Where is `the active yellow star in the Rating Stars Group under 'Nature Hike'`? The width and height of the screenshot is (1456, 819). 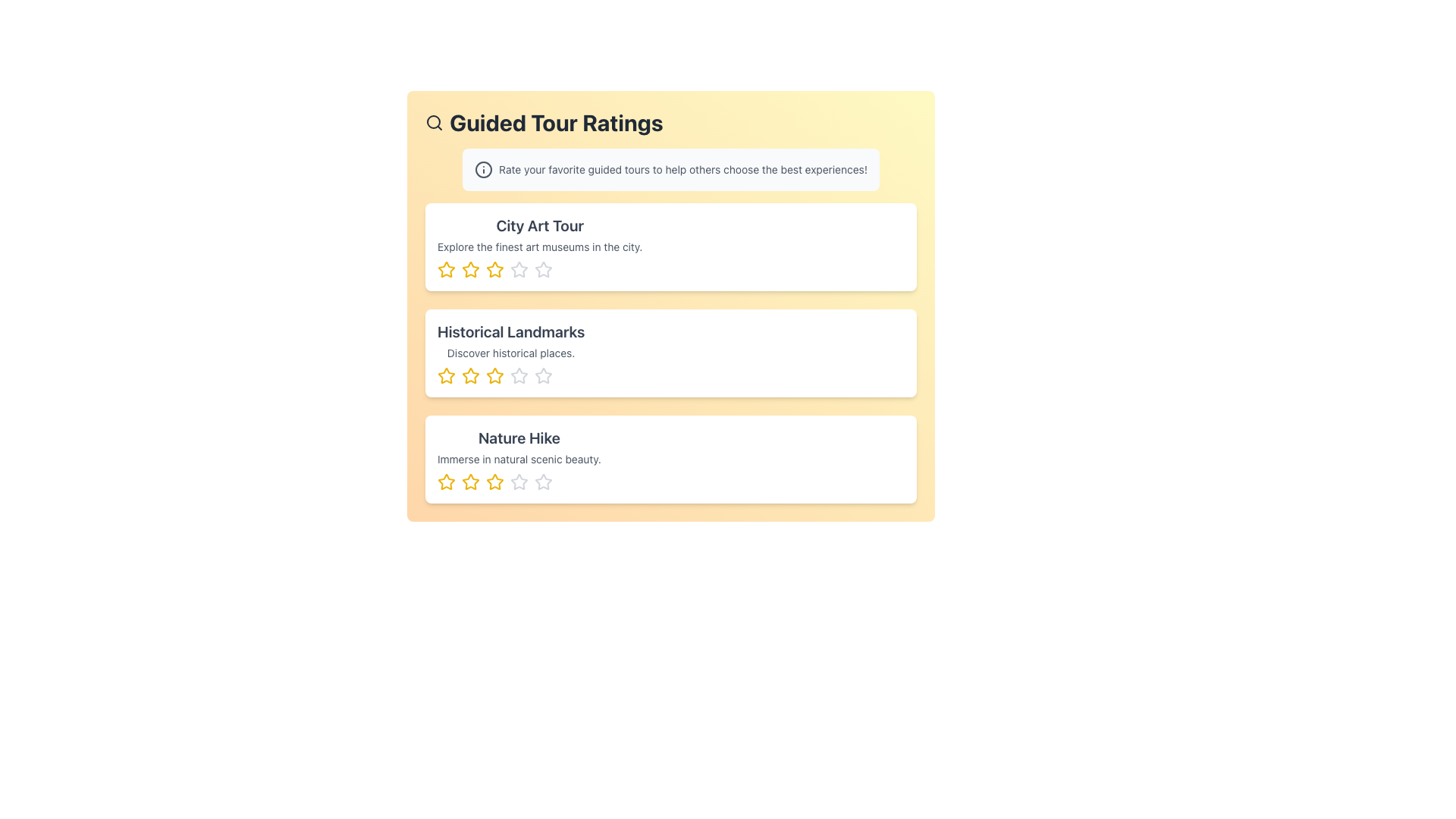 the active yellow star in the Rating Stars Group under 'Nature Hike' is located at coordinates (519, 482).